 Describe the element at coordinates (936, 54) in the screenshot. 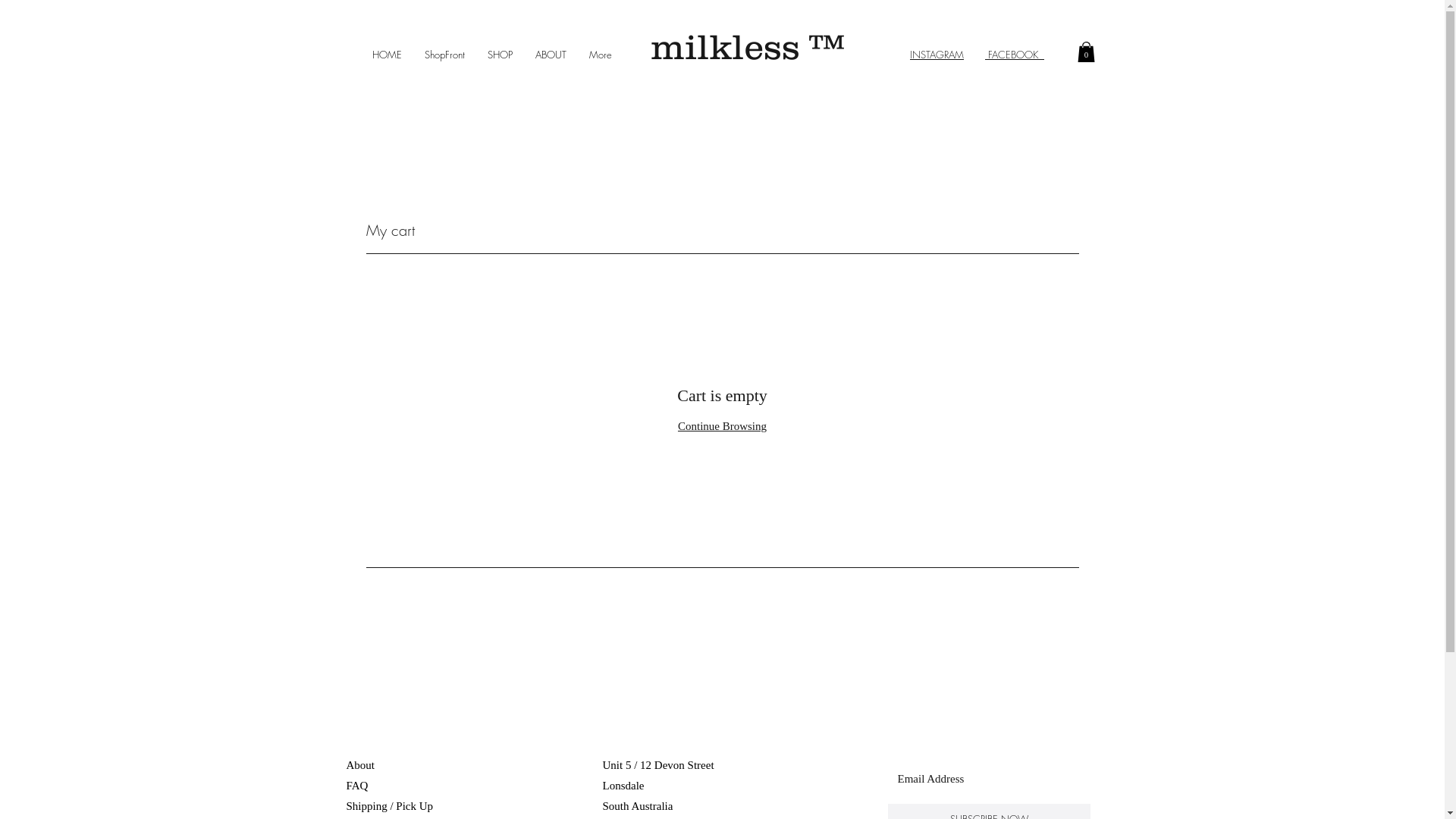

I see `'INSTAGRAM'` at that location.